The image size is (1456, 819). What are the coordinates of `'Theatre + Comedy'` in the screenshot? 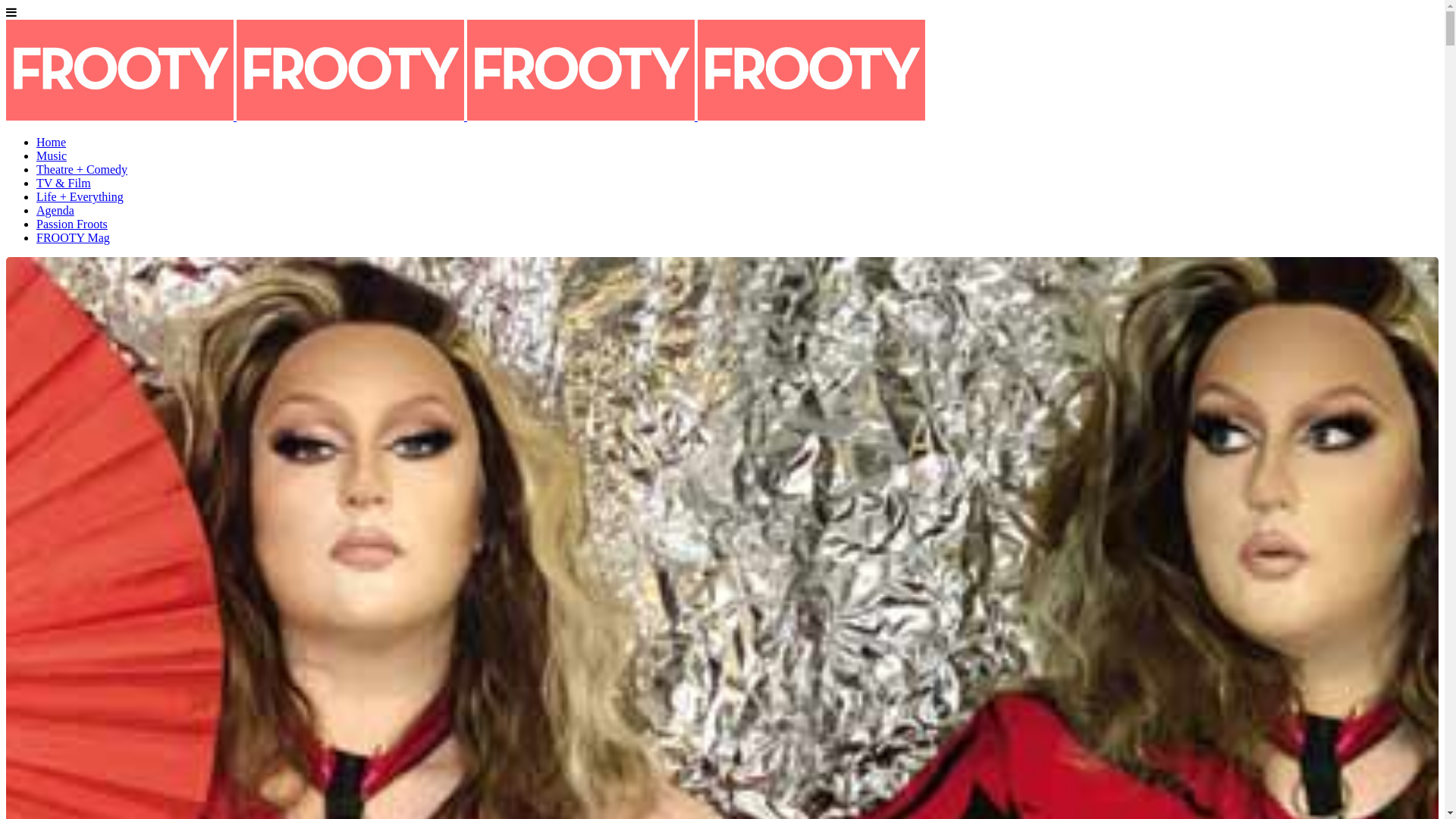 It's located at (80, 169).